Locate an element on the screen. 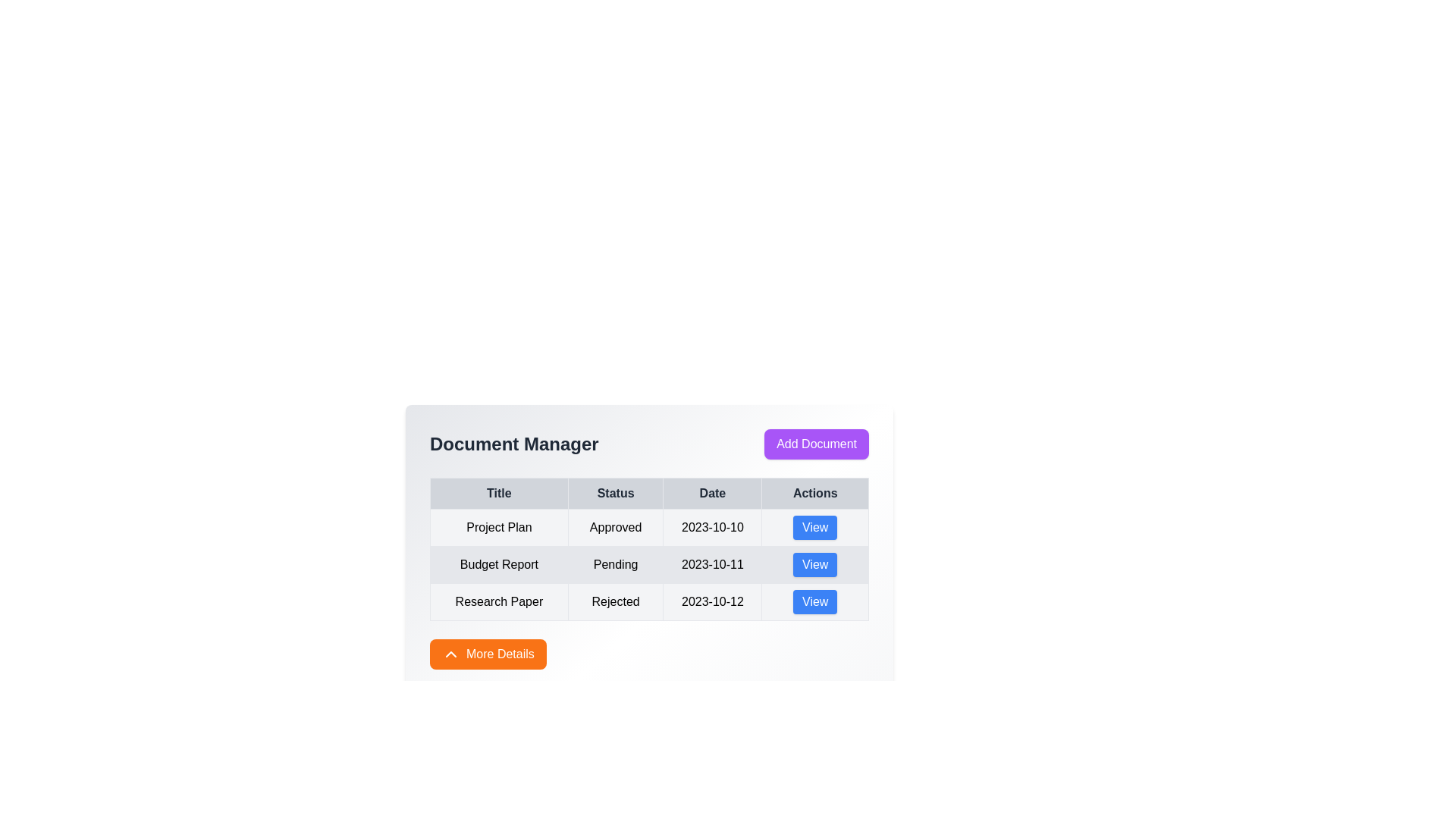 This screenshot has width=1456, height=819. the Text Display element that shows the date '2023-10-12', which is positioned in the 'Date' column, between the 'Rejected' status and the 'View' button is located at coordinates (711, 601).